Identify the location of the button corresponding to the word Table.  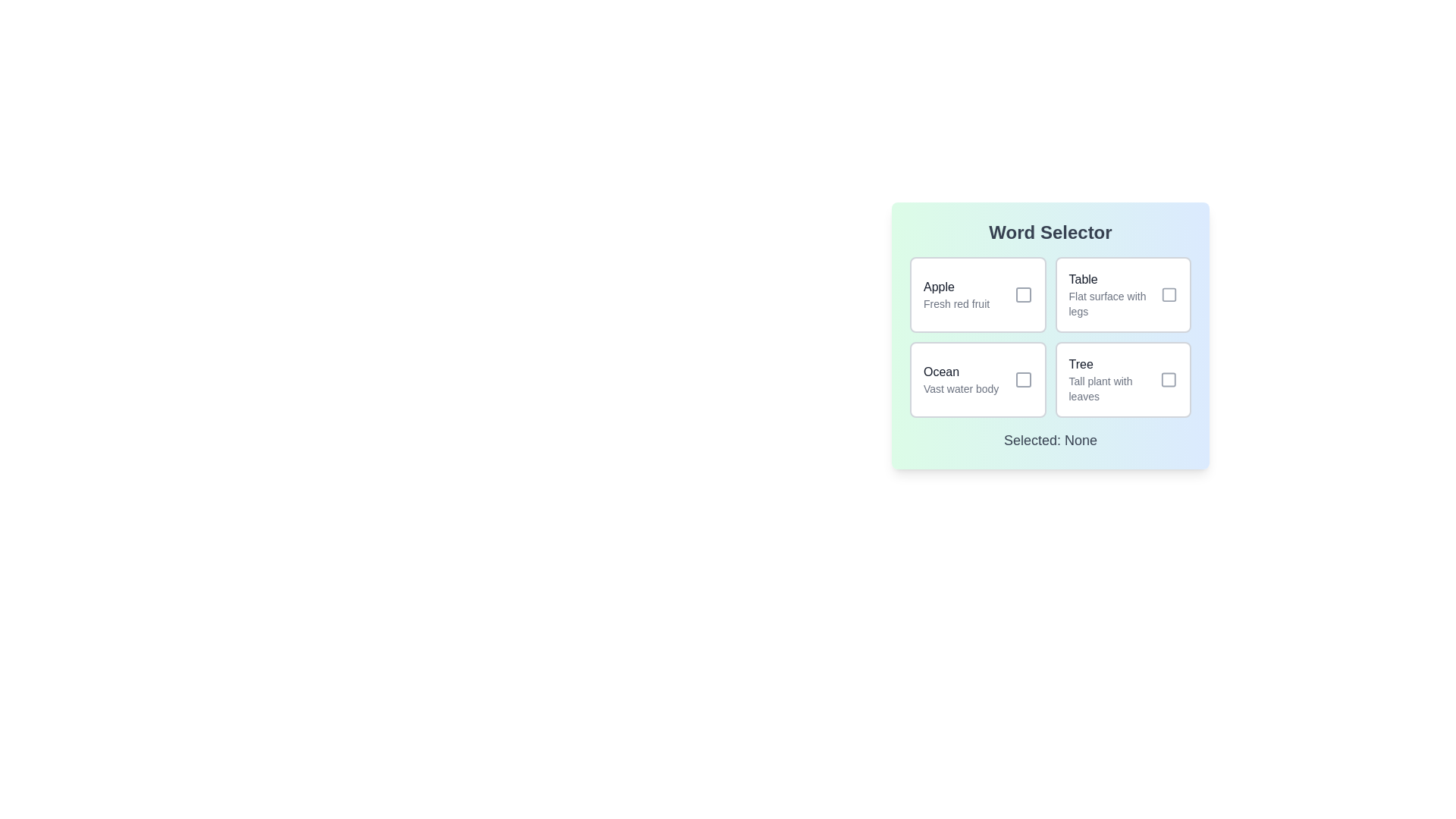
(1123, 295).